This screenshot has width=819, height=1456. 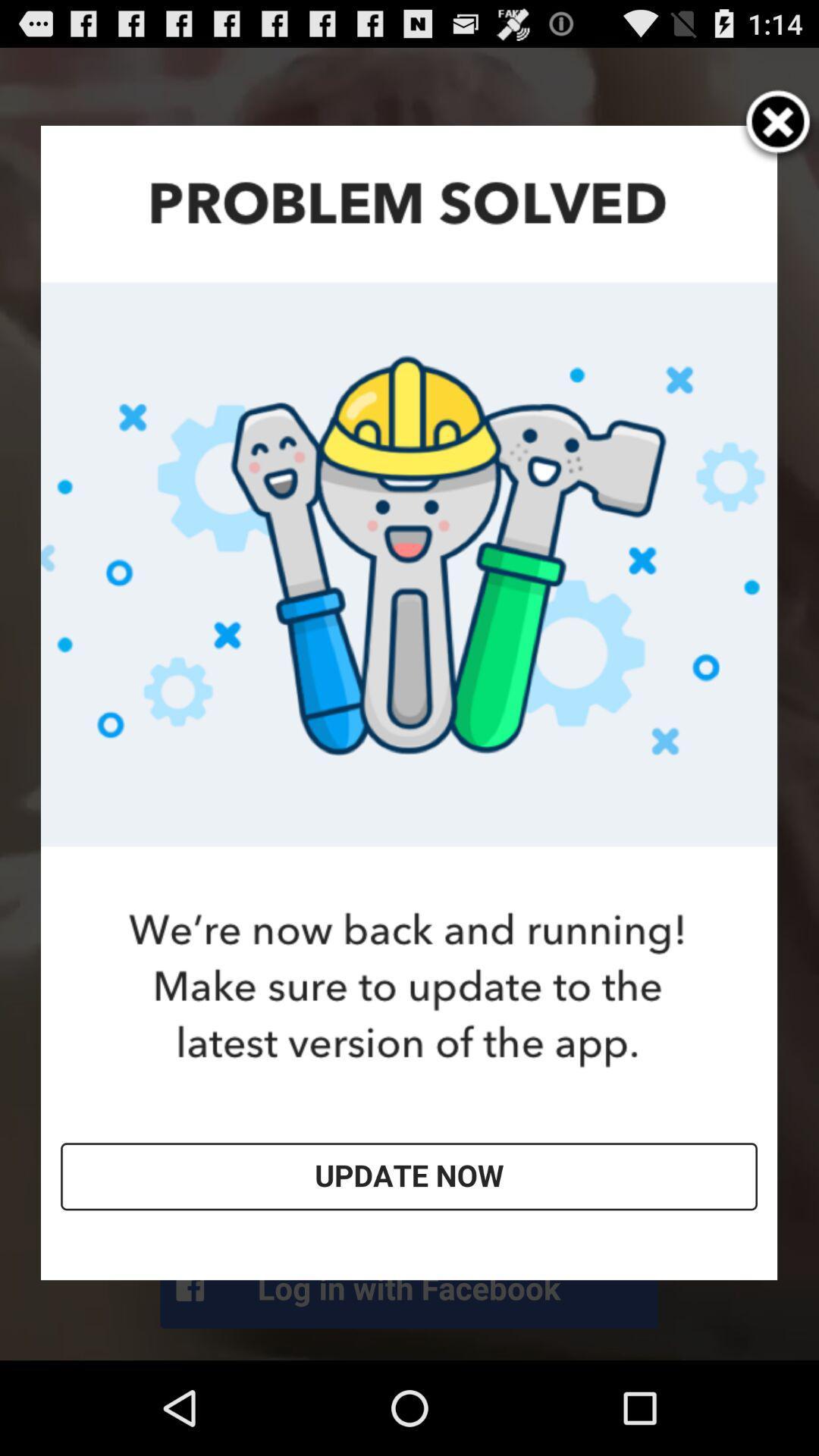 What do you see at coordinates (778, 134) in the screenshot?
I see `the close icon` at bounding box center [778, 134].